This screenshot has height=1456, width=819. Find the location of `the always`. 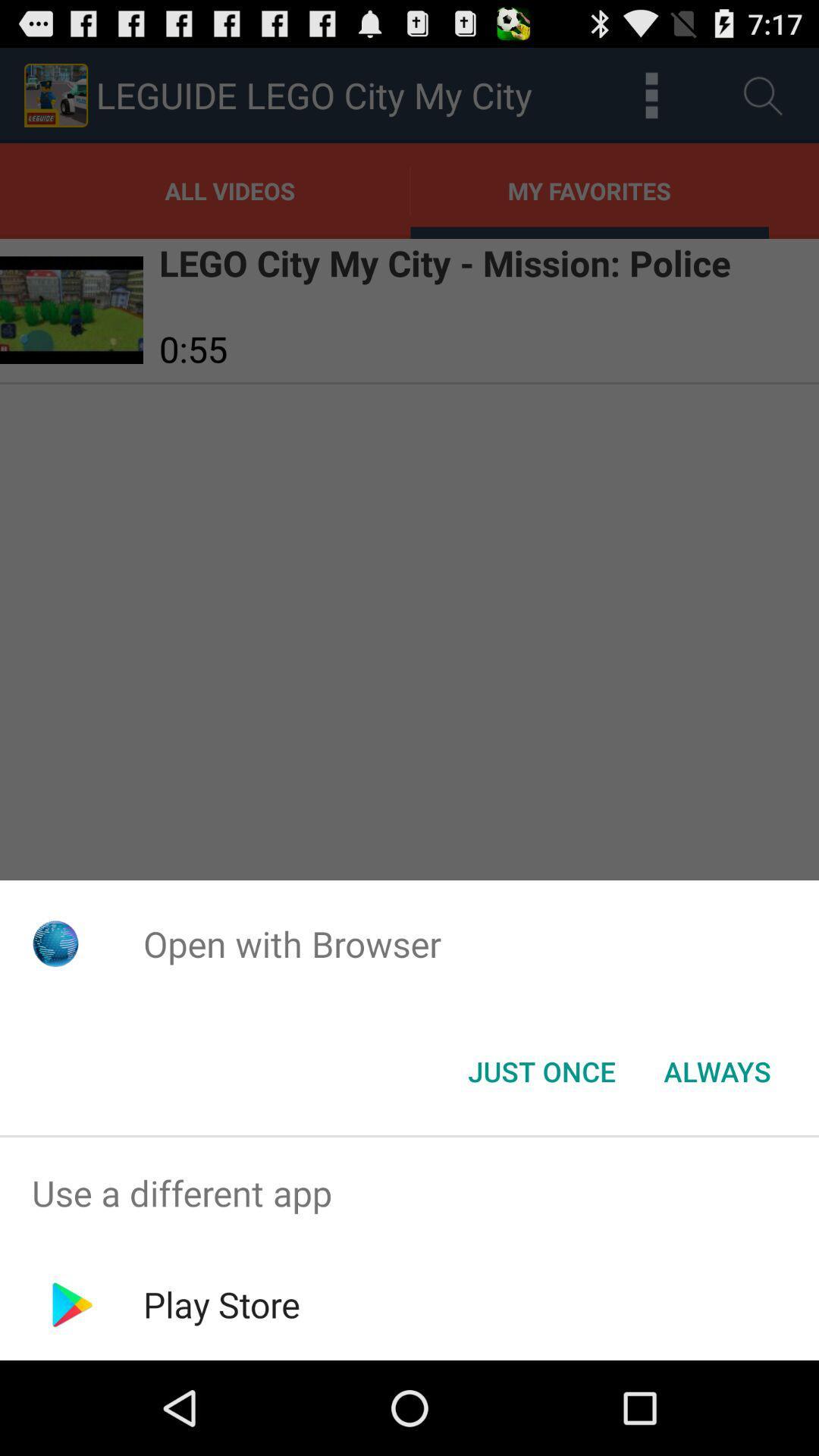

the always is located at coordinates (717, 1070).